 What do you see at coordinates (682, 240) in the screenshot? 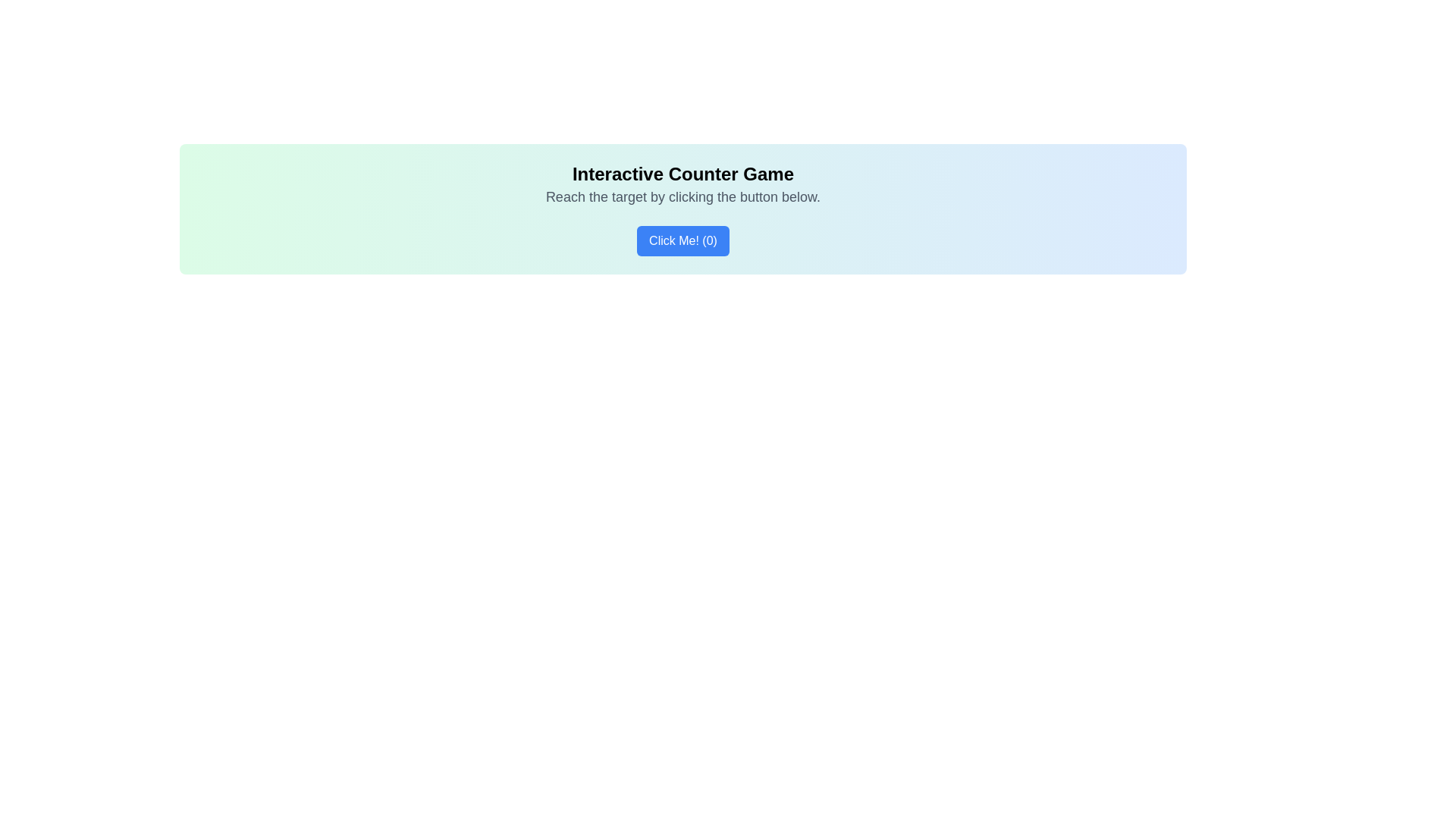
I see `the interactive button in the game interface, located centrally below the text 'Interactive Counter Game' and 'Reach the target by clicking the button below.'` at bounding box center [682, 240].